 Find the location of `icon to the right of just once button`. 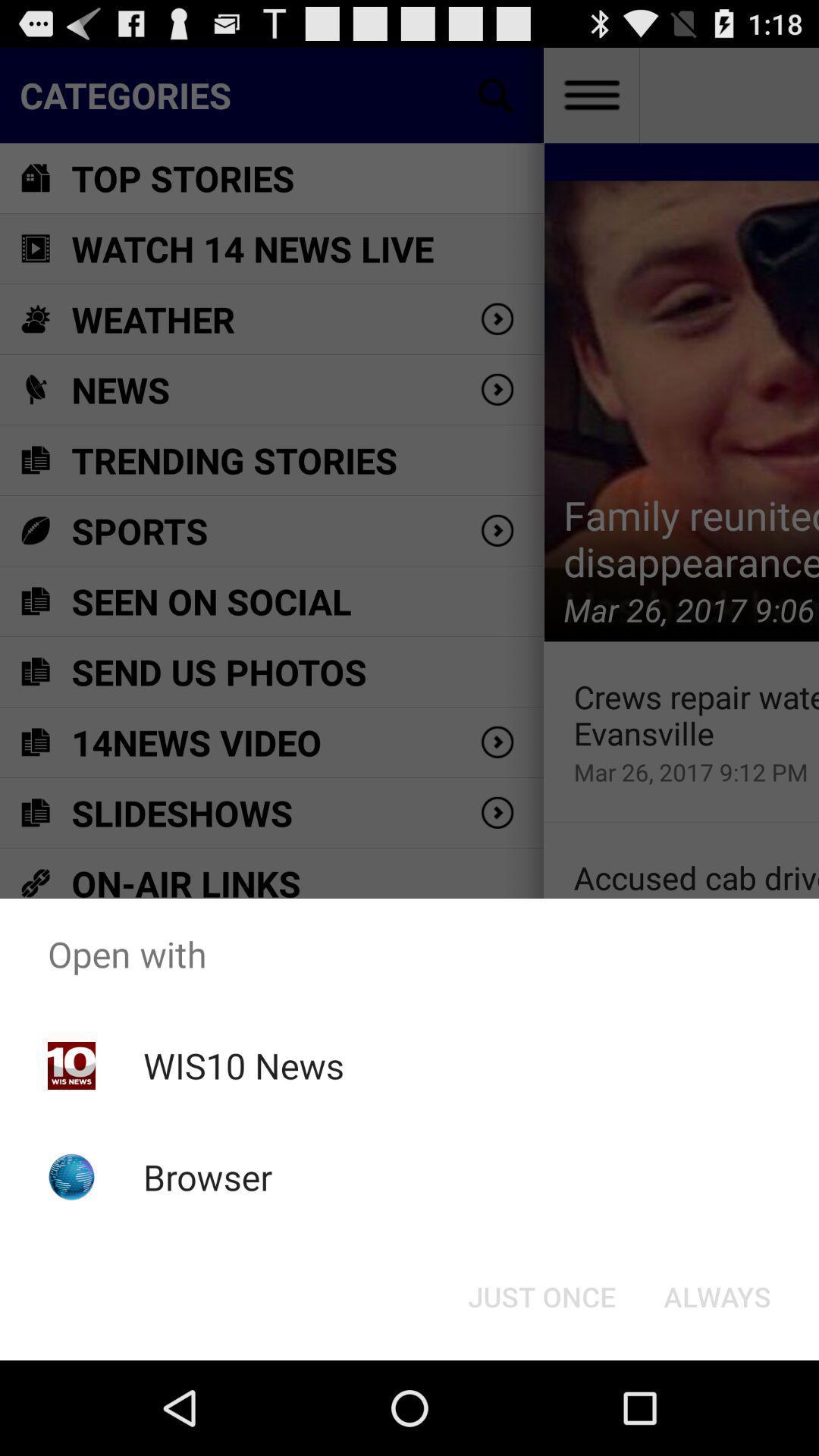

icon to the right of just once button is located at coordinates (717, 1295).